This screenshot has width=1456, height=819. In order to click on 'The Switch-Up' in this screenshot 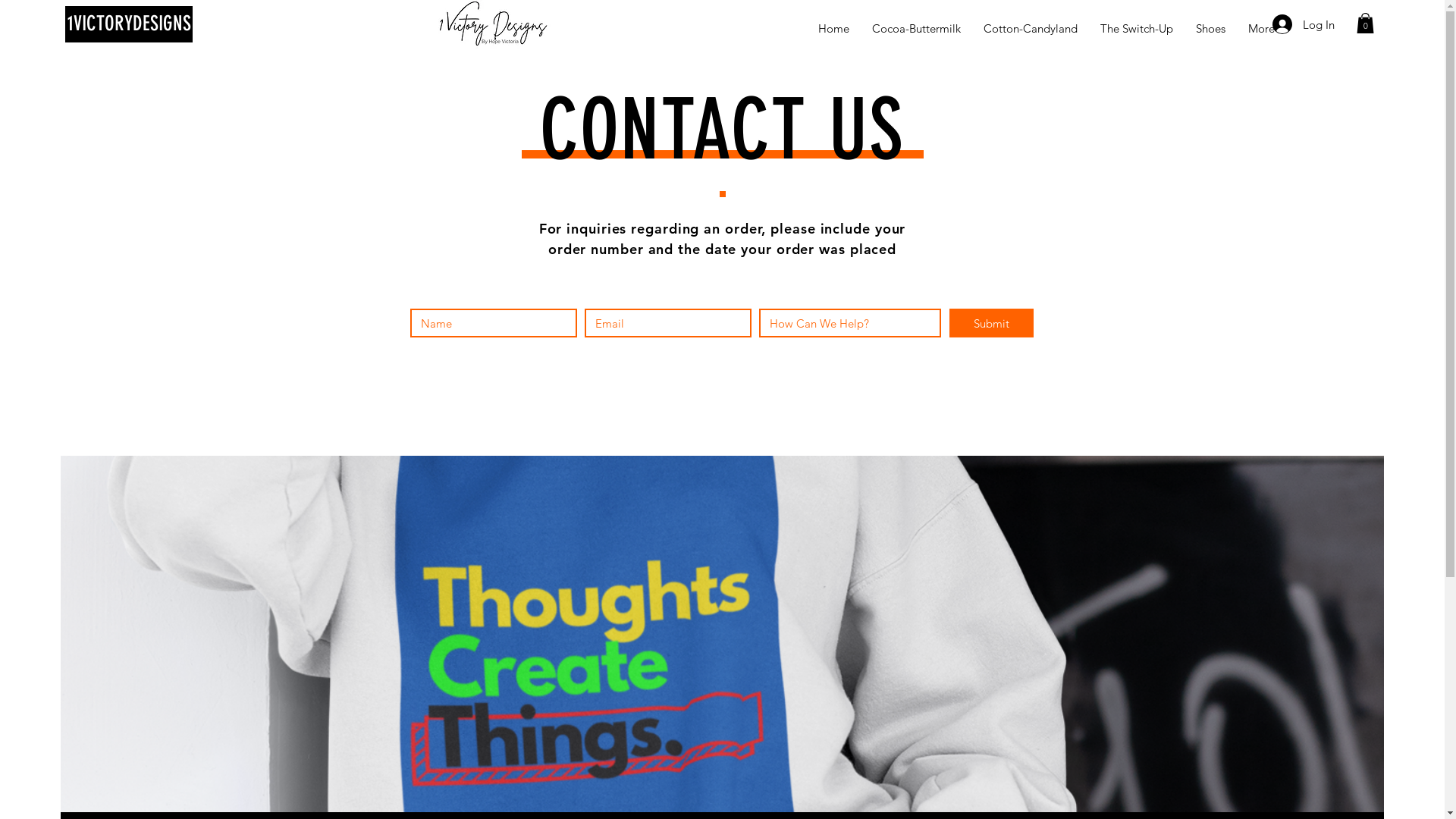, I will do `click(1136, 28)`.